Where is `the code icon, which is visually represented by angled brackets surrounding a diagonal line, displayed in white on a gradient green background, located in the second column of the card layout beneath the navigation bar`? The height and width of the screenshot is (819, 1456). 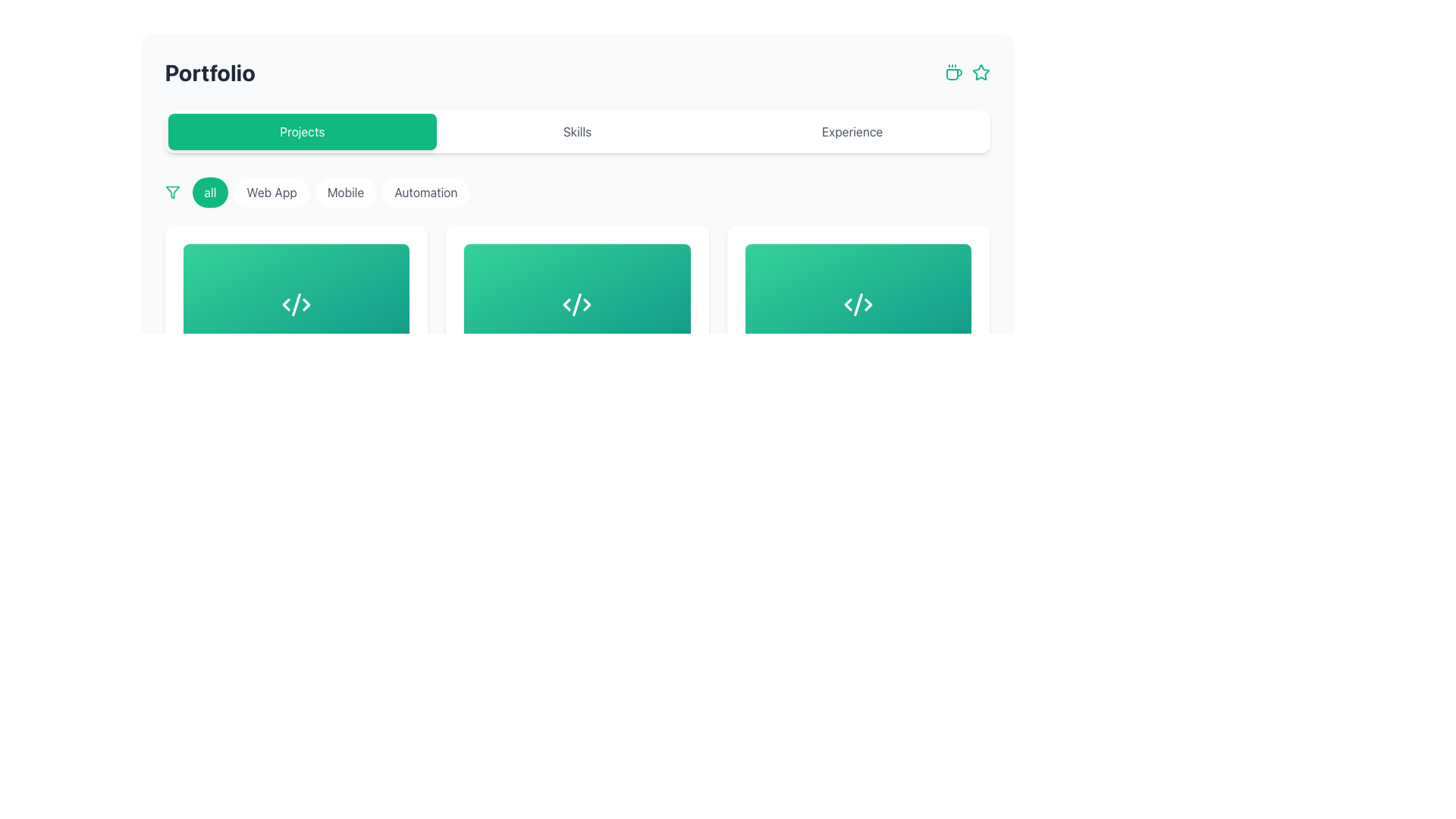
the code icon, which is visually represented by angled brackets surrounding a diagonal line, displayed in white on a gradient green background, located in the second column of the card layout beneath the navigation bar is located at coordinates (576, 304).